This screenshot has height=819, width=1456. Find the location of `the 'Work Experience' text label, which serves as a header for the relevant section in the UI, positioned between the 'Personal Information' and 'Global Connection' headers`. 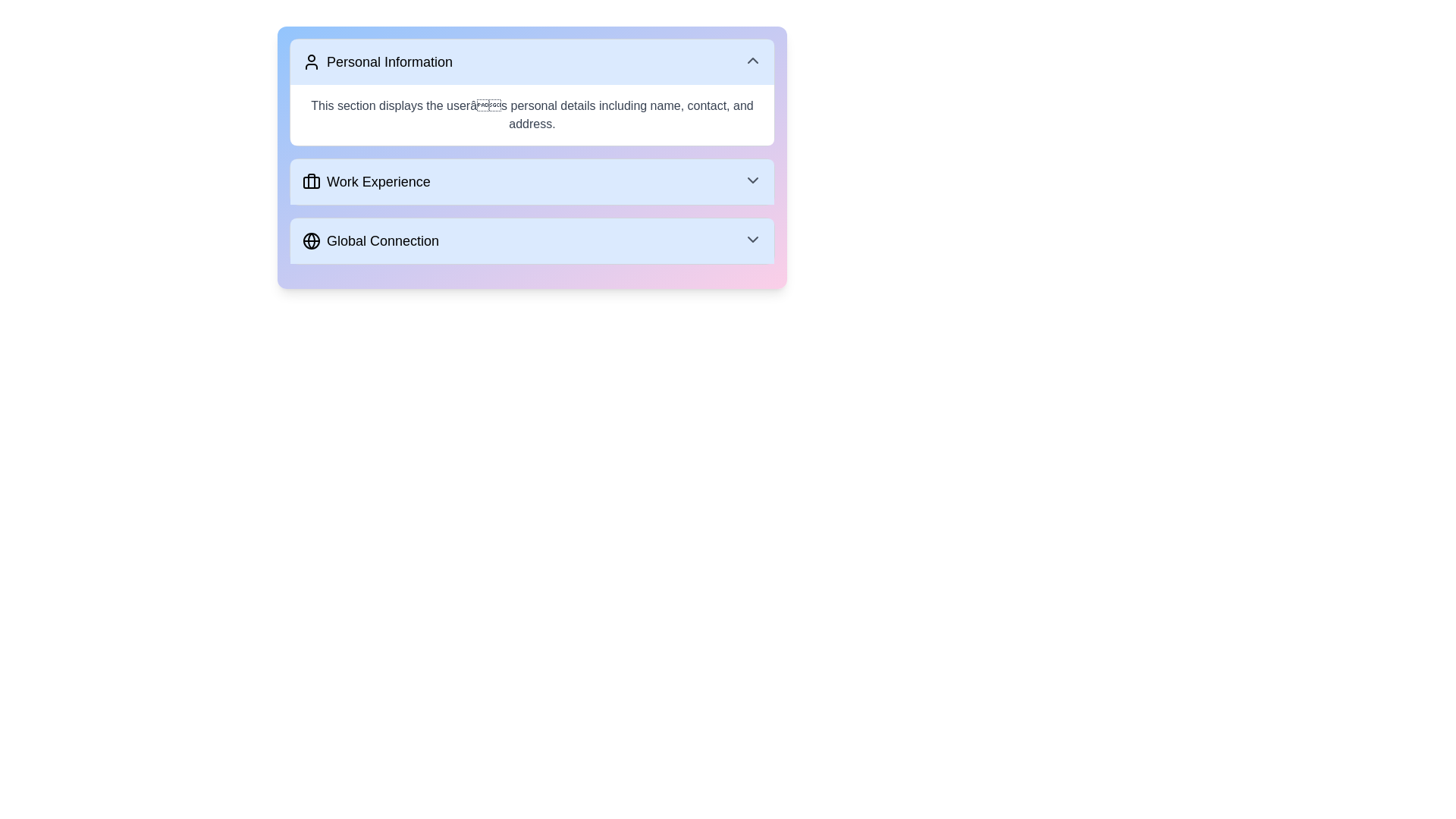

the 'Work Experience' text label, which serves as a header for the relevant section in the UI, positioned between the 'Personal Information' and 'Global Connection' headers is located at coordinates (378, 180).